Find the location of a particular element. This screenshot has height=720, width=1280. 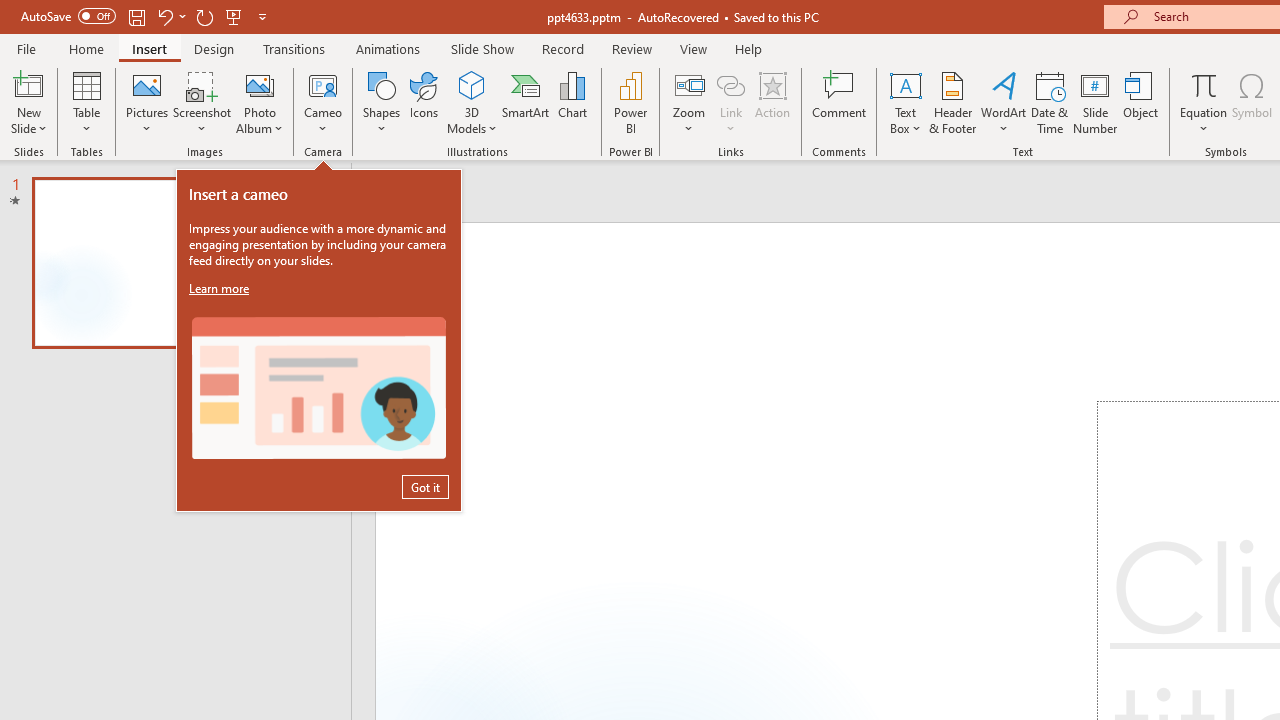

'WordArt' is located at coordinates (1004, 103).